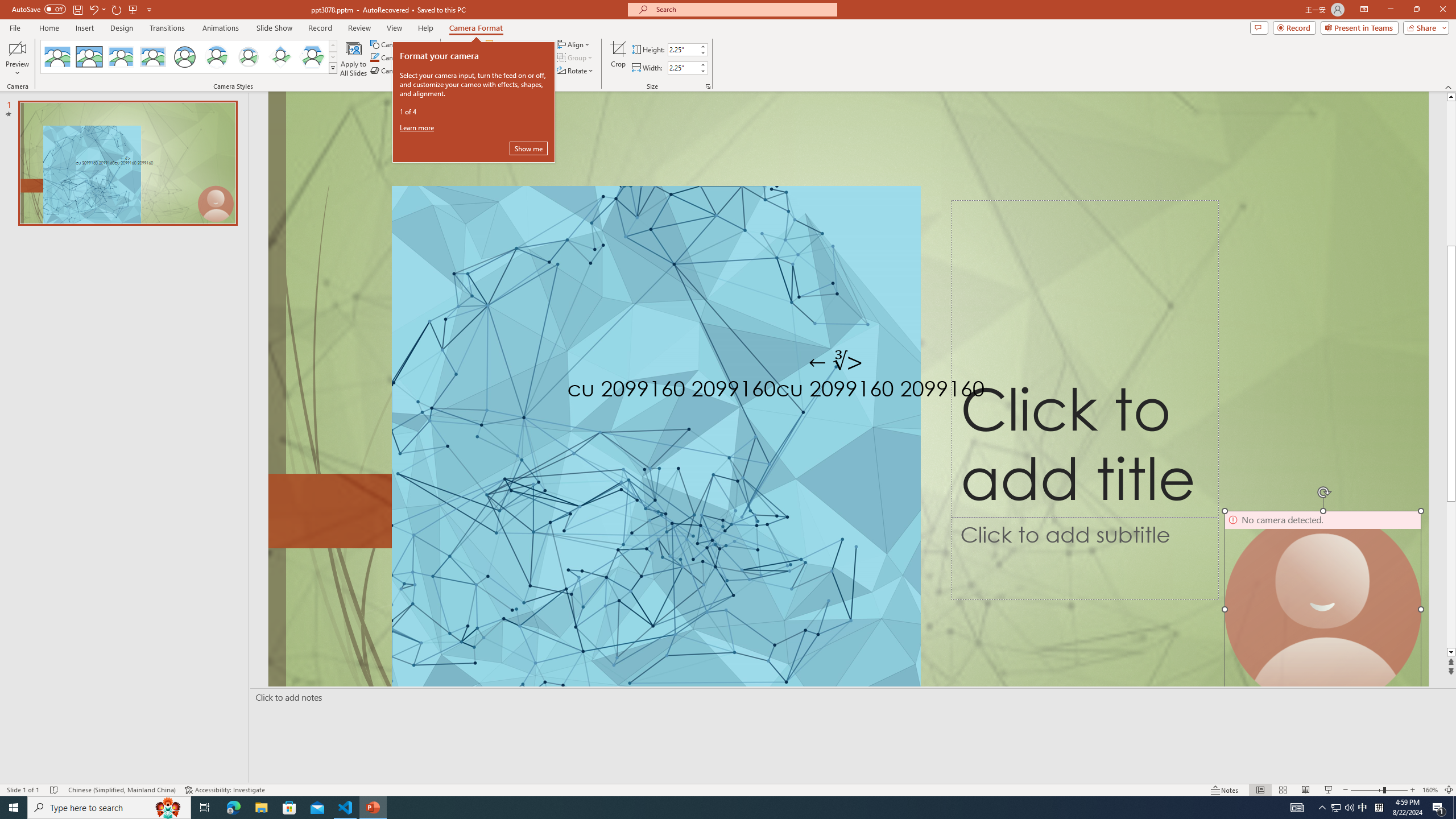  I want to click on 'Camera Format', so click(475, 28).